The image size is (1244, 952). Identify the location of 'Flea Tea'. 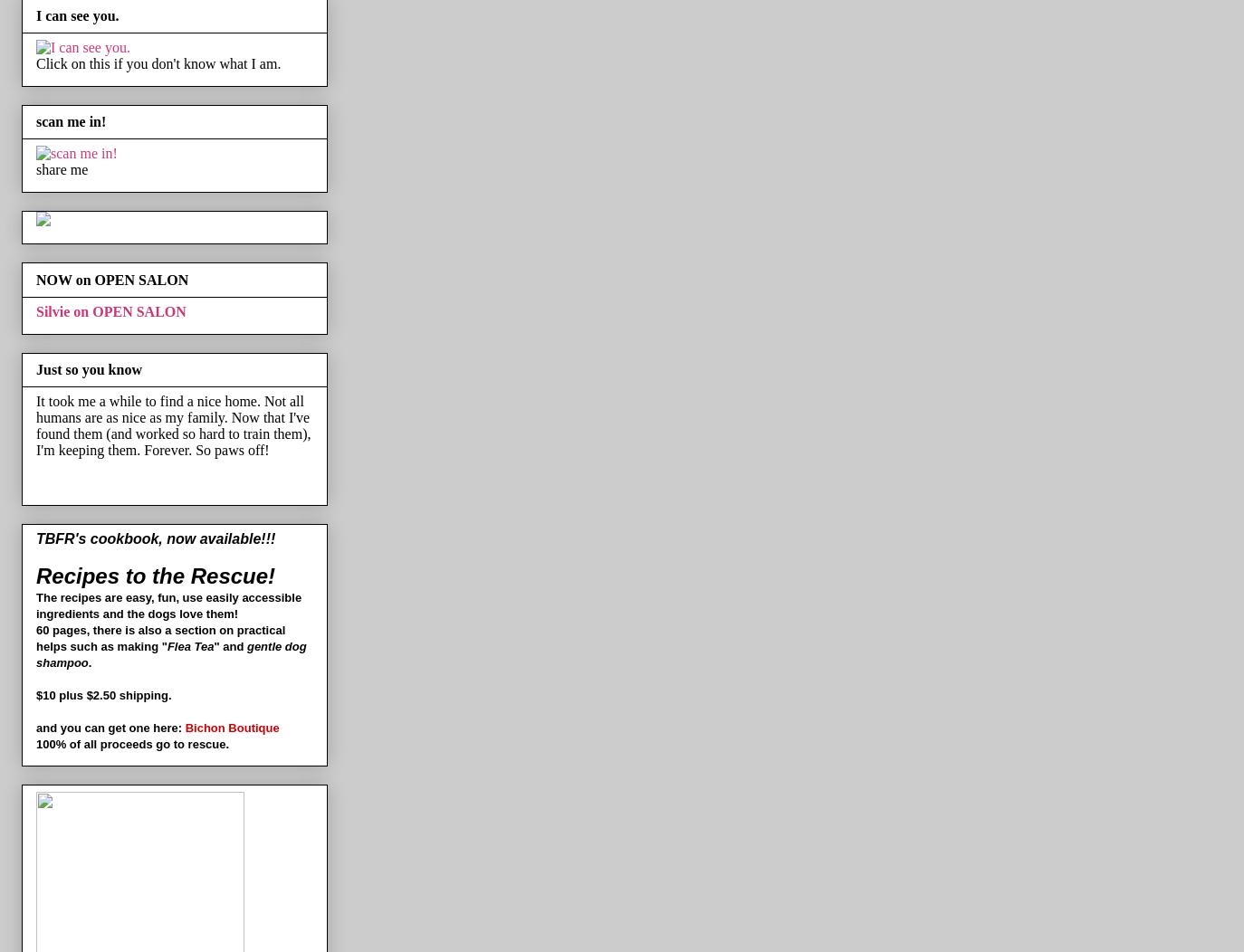
(165, 646).